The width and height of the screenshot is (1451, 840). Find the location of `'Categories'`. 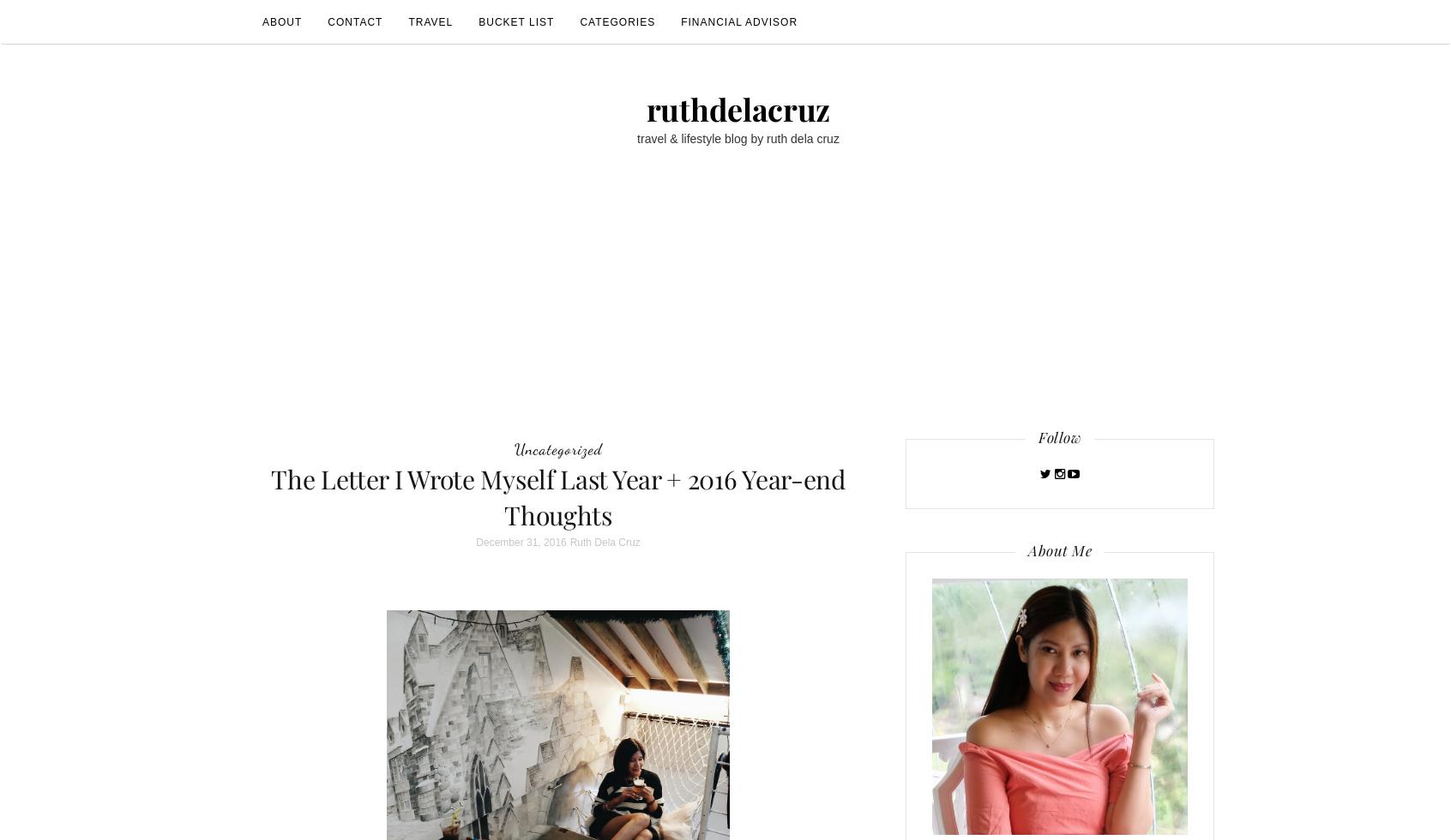

'Categories' is located at coordinates (616, 21).